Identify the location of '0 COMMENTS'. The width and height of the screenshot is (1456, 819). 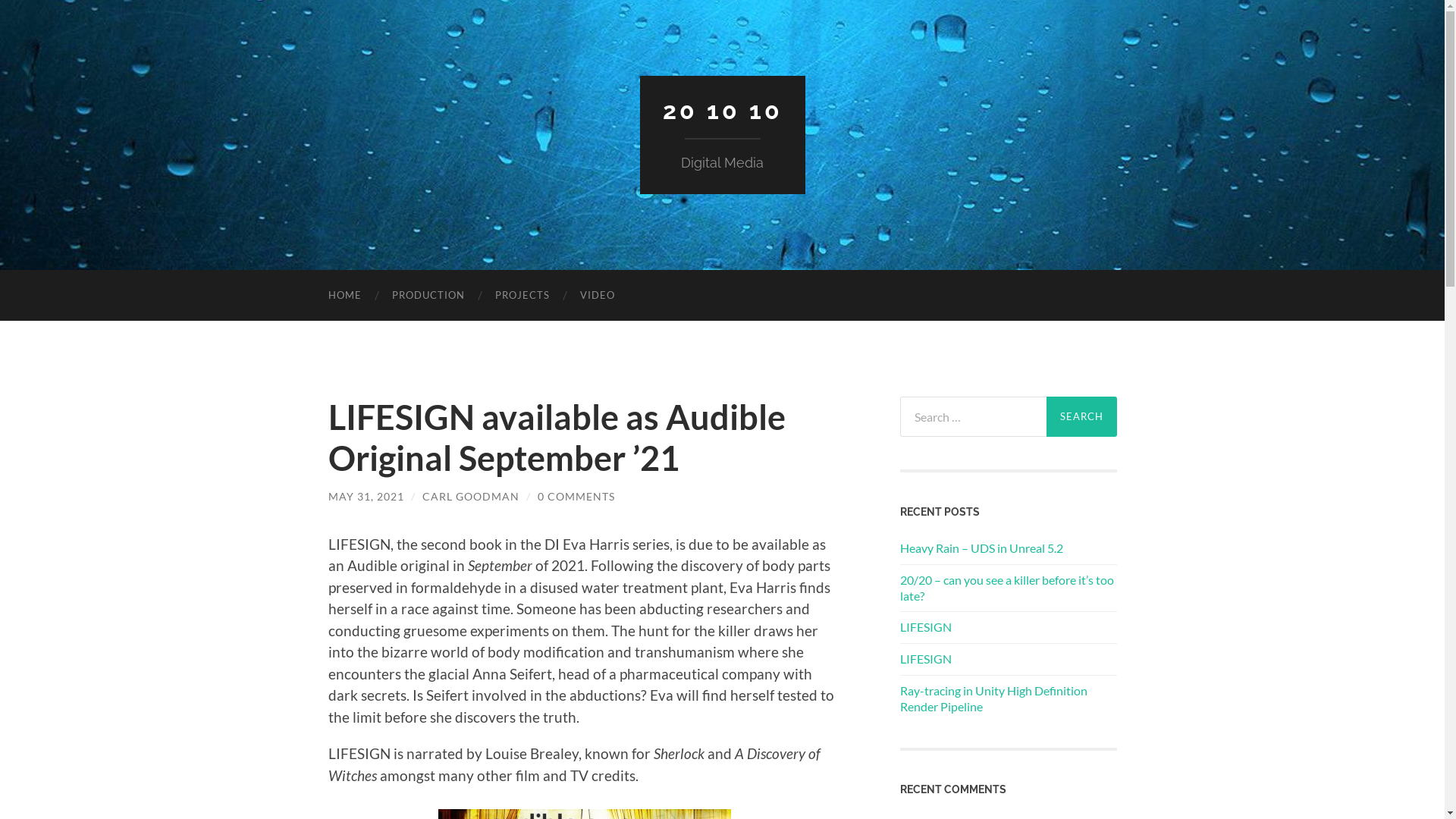
(574, 496).